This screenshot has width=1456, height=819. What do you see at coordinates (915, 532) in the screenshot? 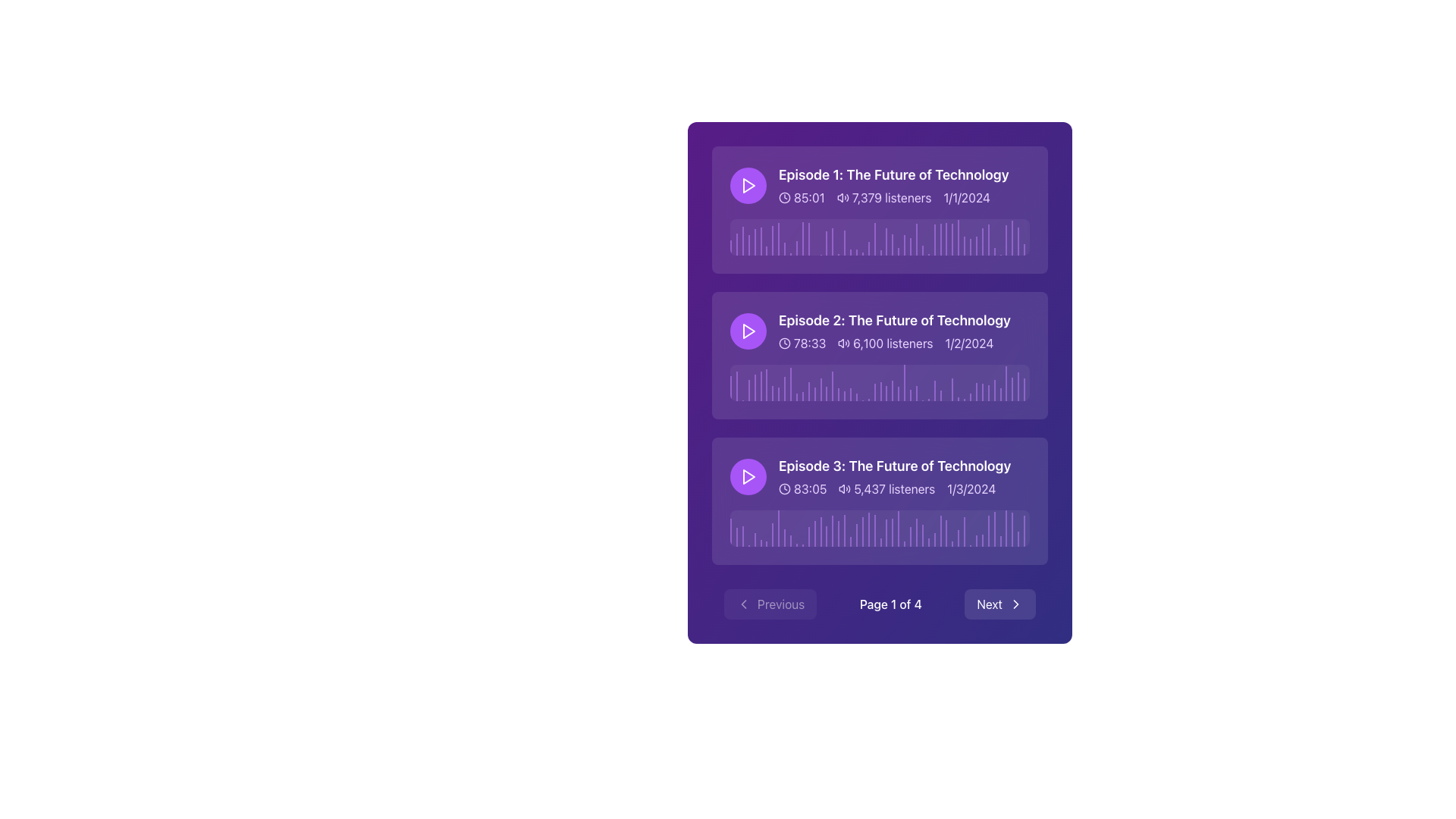
I see `the position of the thin vertical purple progress indicator in the waveform component for the audio track 'Episode 3: The Future of Technology'` at bounding box center [915, 532].